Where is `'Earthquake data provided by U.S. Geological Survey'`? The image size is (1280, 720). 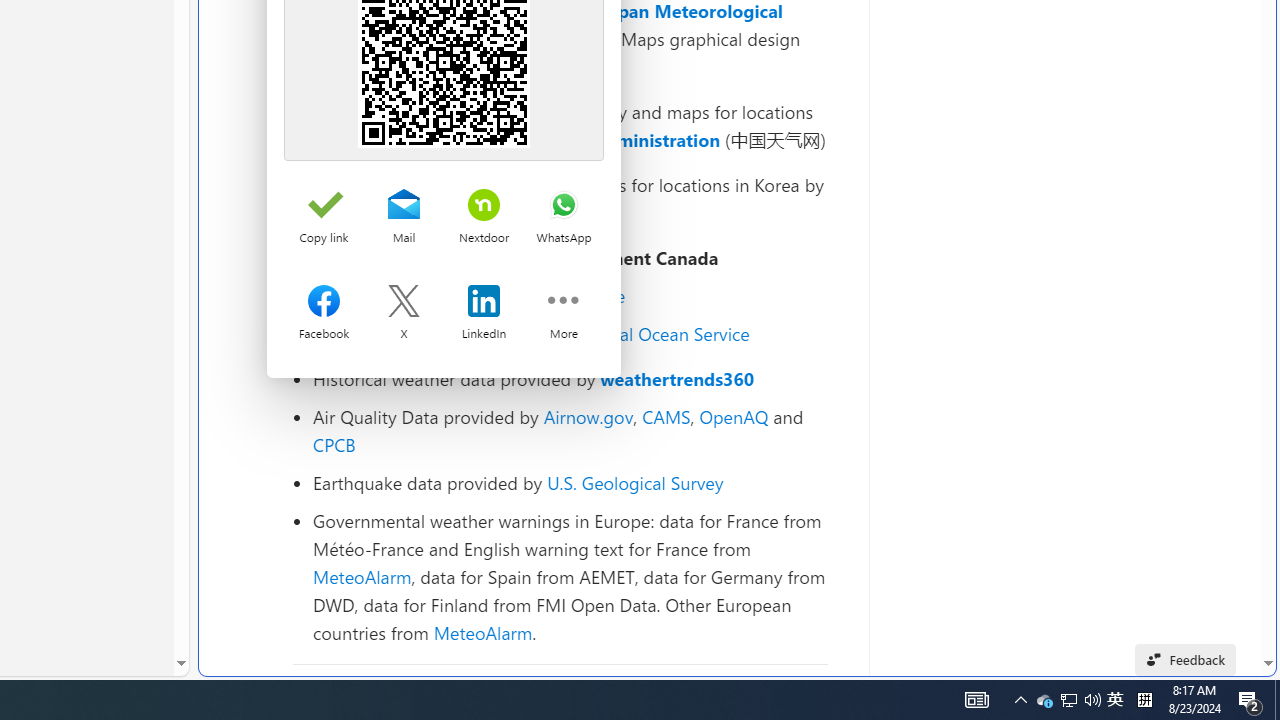
'Earthquake data provided by U.S. Geological Survey' is located at coordinates (569, 482).